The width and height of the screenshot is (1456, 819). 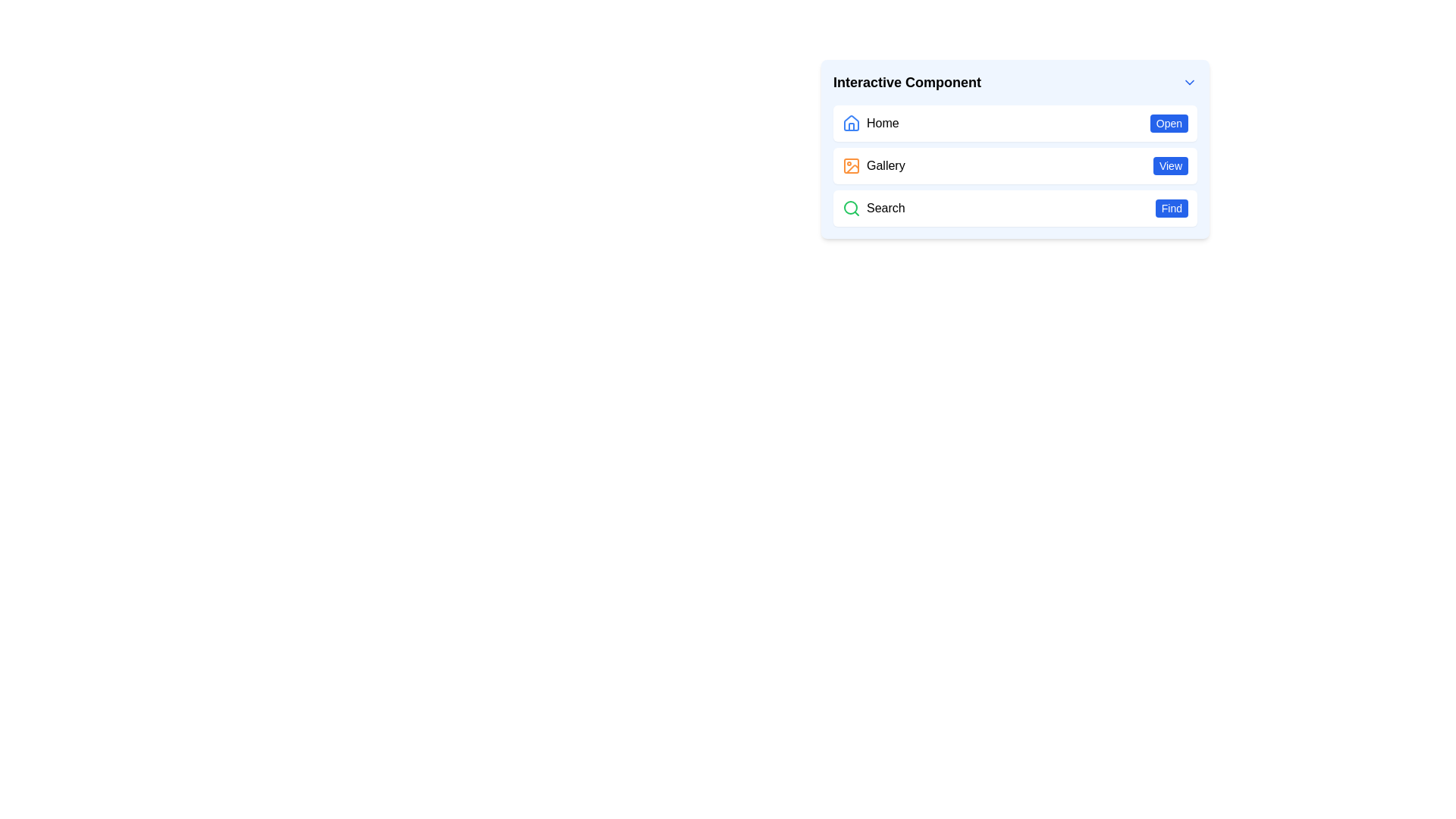 I want to click on the 'Home' button located at the far right of the top row in the vertical list, so click(x=1168, y=122).